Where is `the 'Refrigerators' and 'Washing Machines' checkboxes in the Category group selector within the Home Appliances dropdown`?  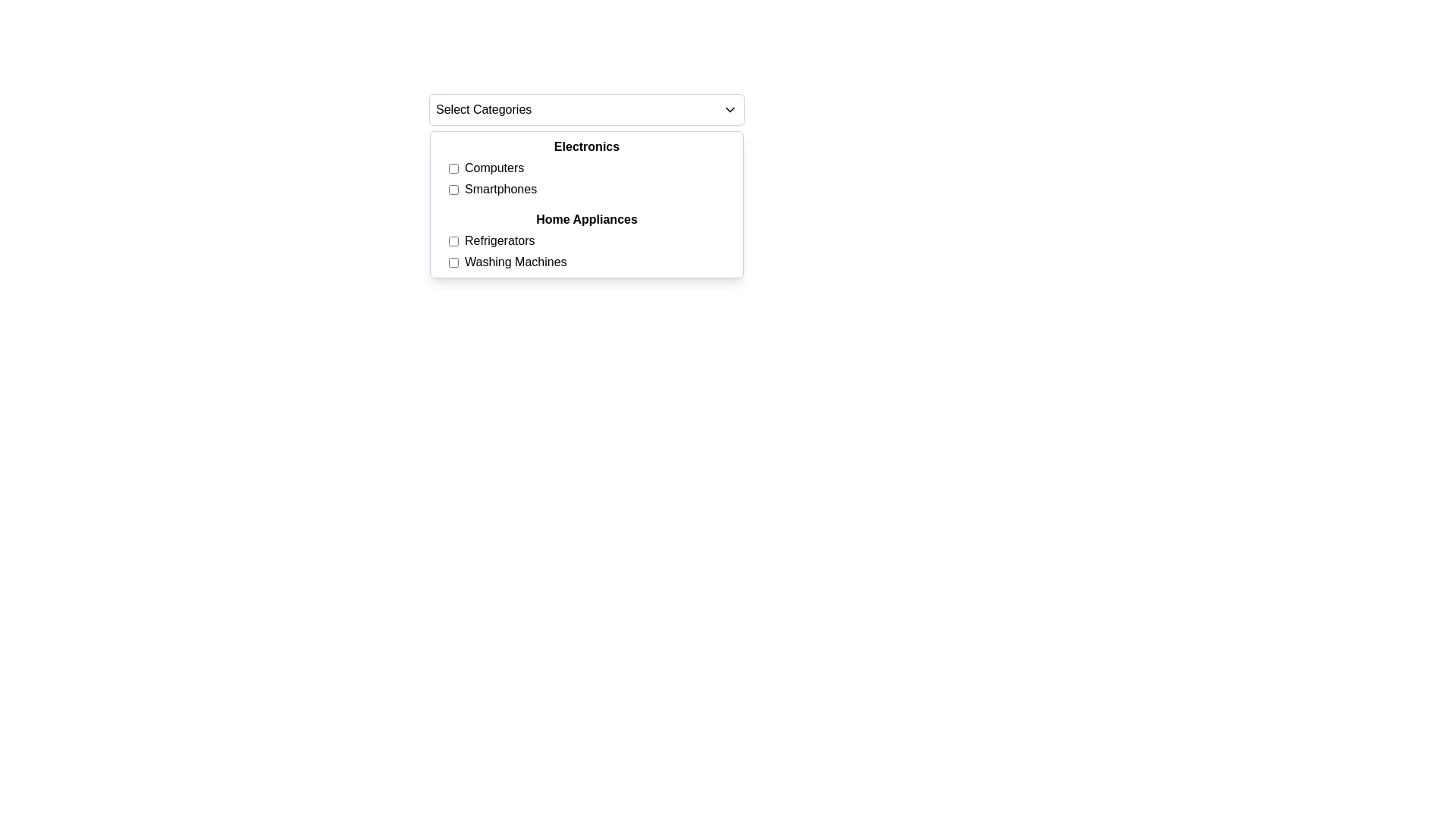 the 'Refrigerators' and 'Washing Machines' checkboxes in the Category group selector within the Home Appliances dropdown is located at coordinates (585, 240).